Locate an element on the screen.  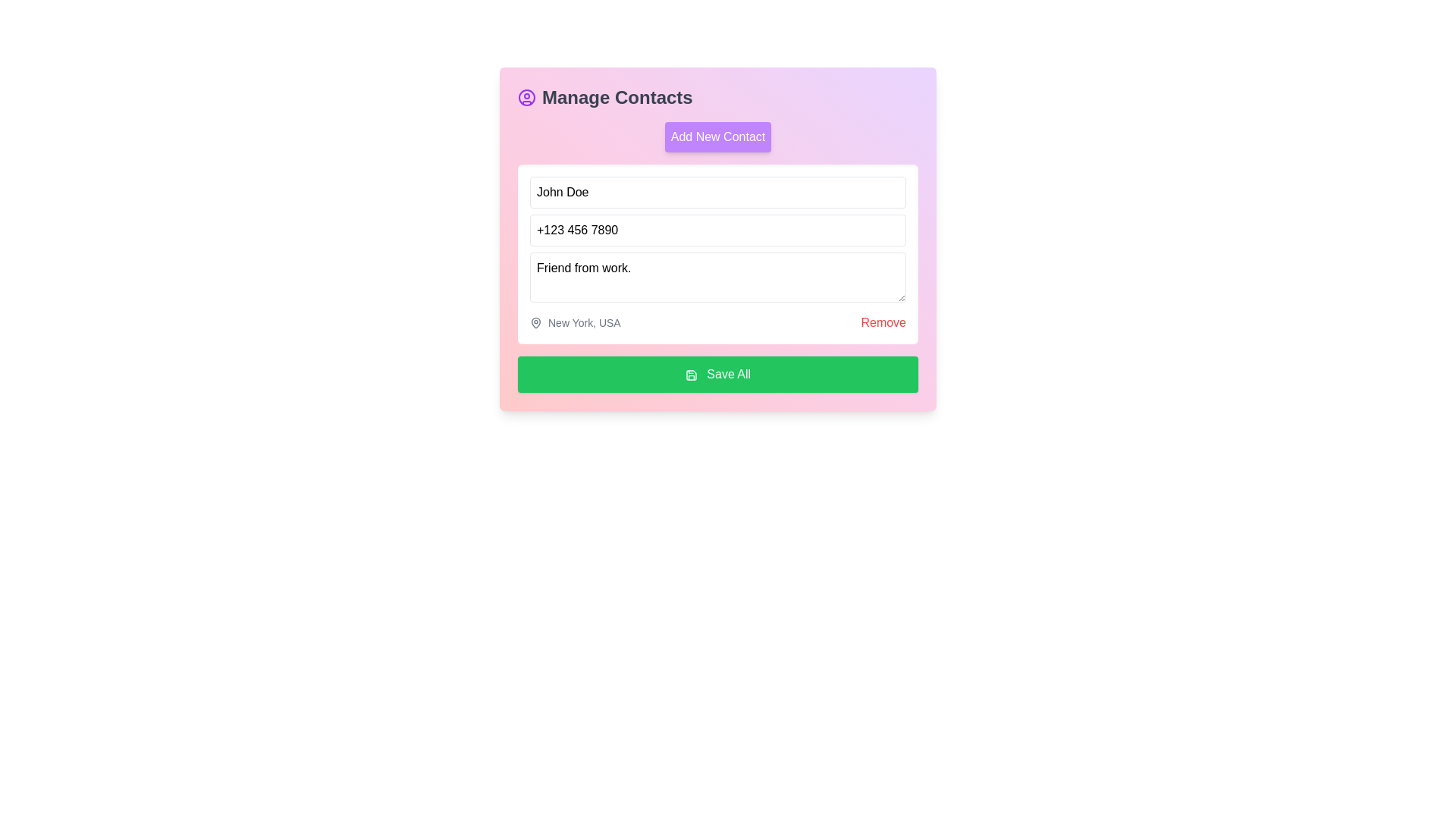
the SVG icon located within the green 'Save All' button is located at coordinates (690, 375).